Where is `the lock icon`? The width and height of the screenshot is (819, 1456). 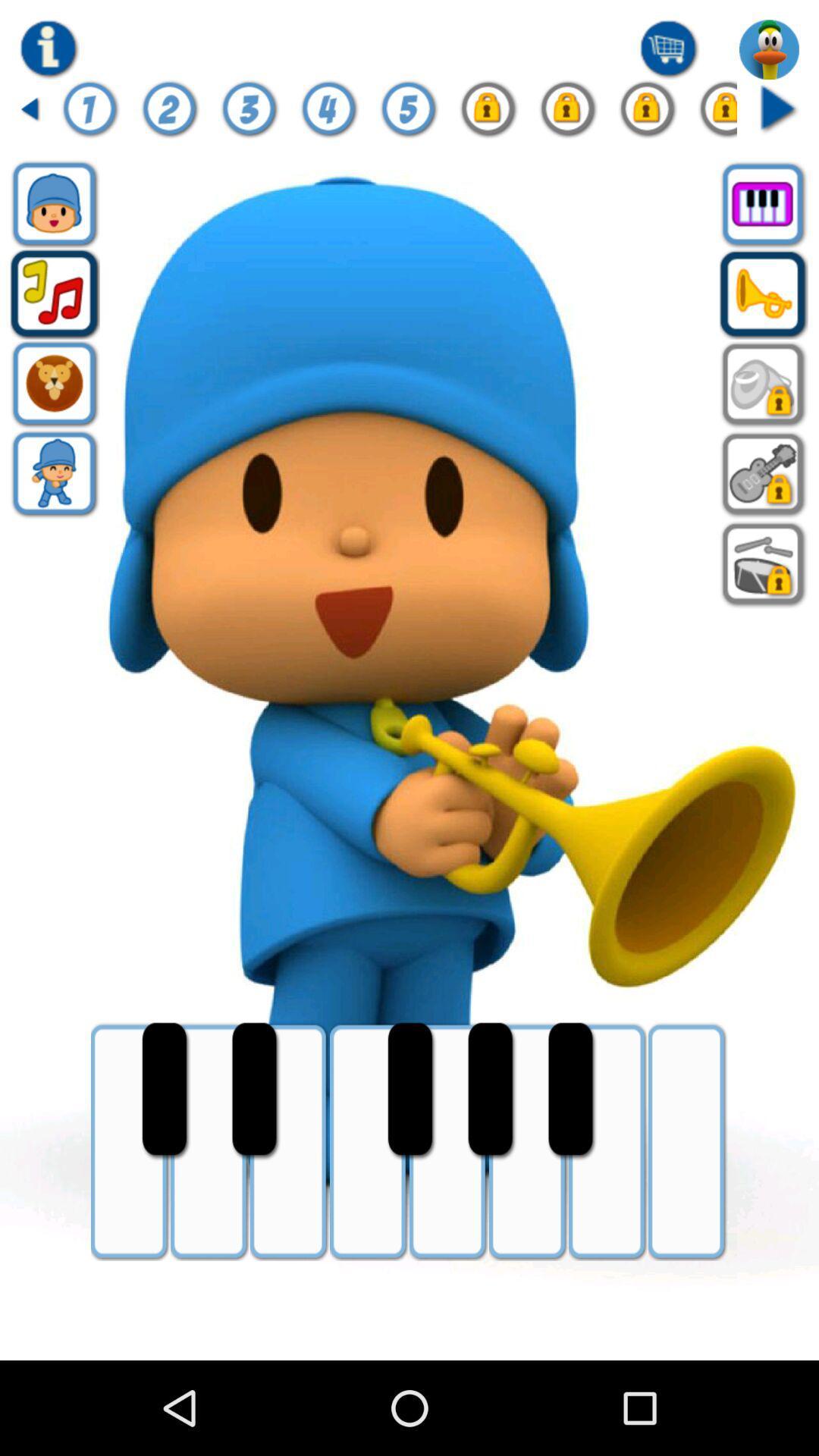 the lock icon is located at coordinates (648, 116).